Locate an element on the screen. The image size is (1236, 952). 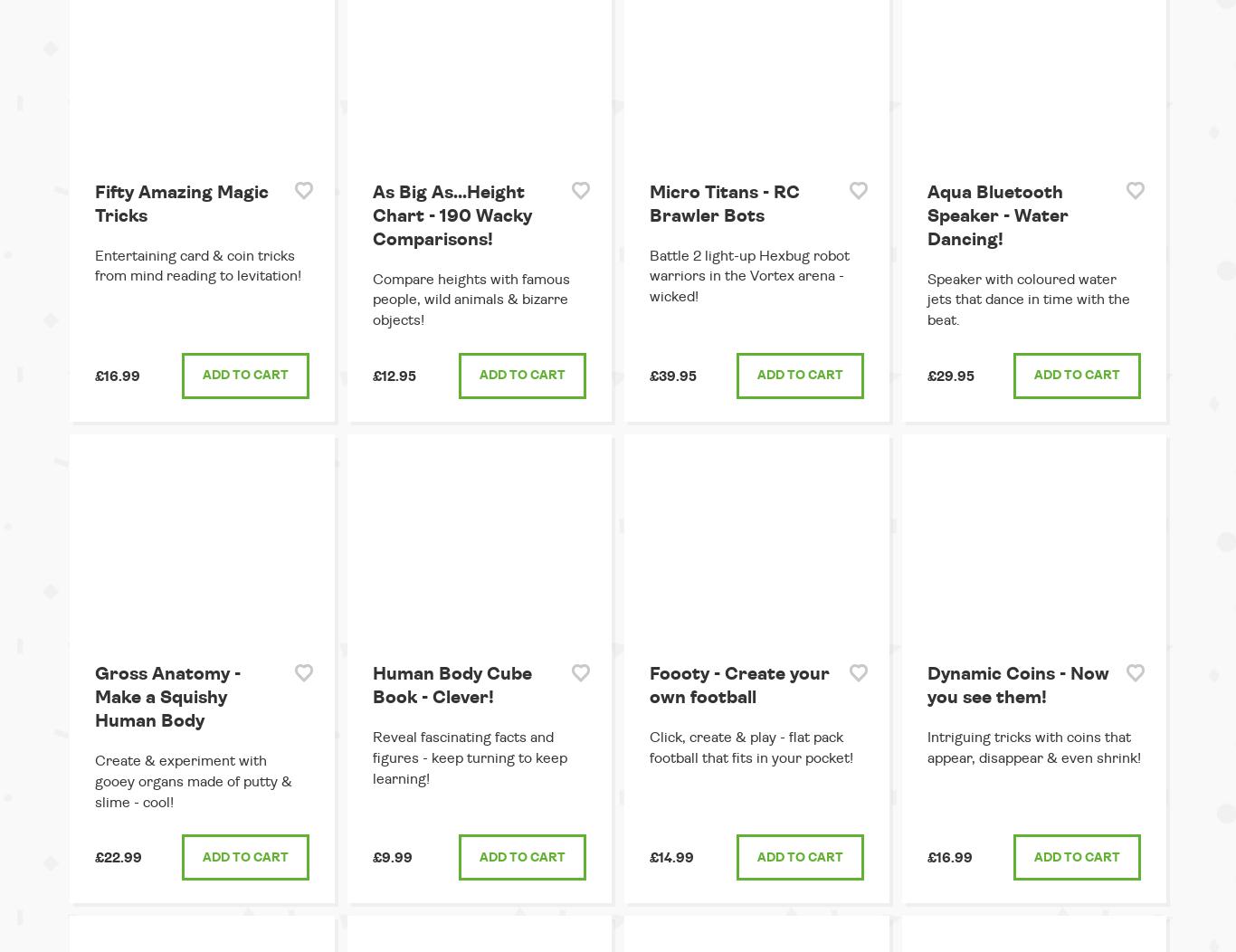
'Dynamic Coins - Now you see them!' is located at coordinates (1016, 684).